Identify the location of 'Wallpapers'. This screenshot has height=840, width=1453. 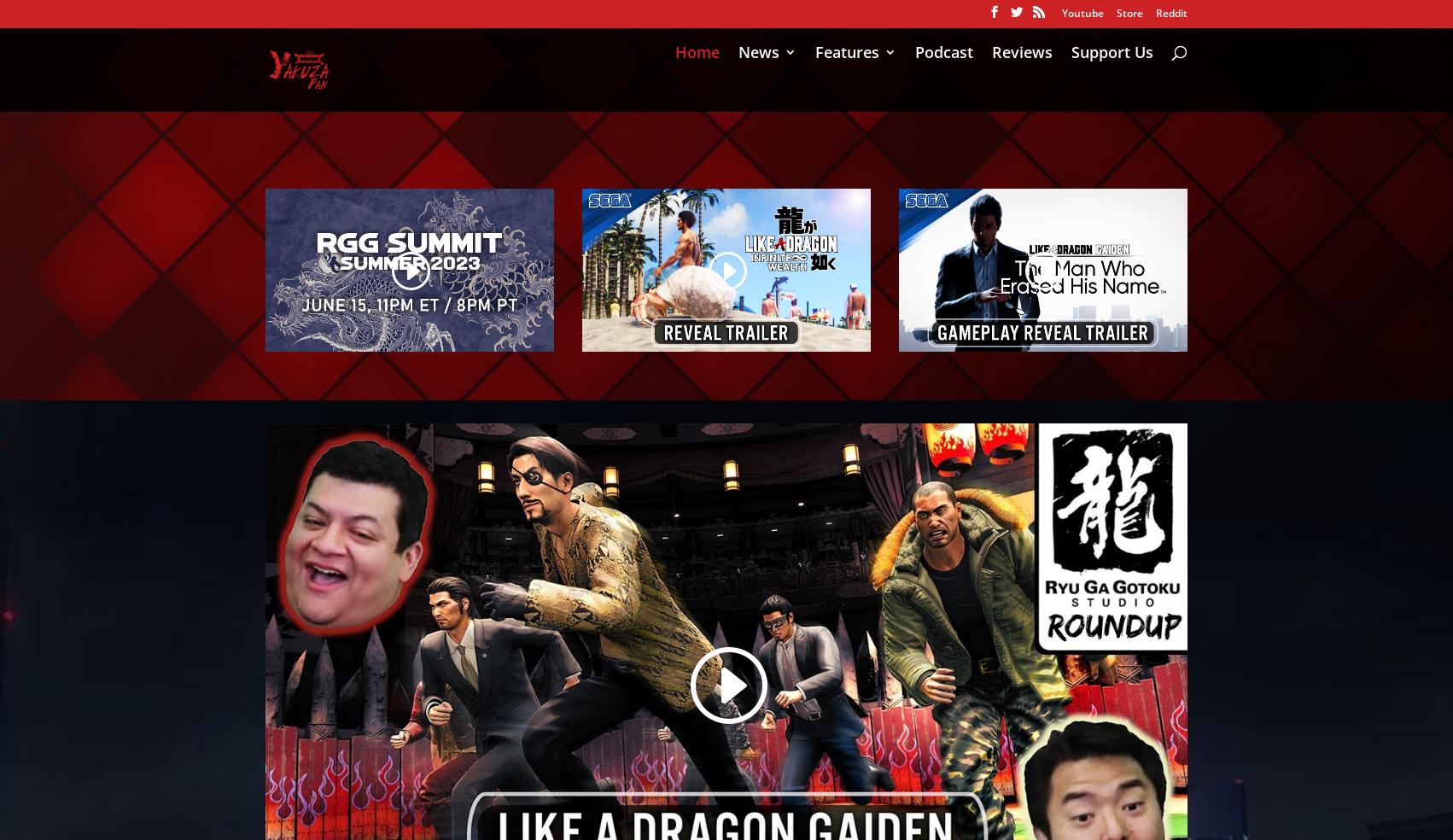
(889, 388).